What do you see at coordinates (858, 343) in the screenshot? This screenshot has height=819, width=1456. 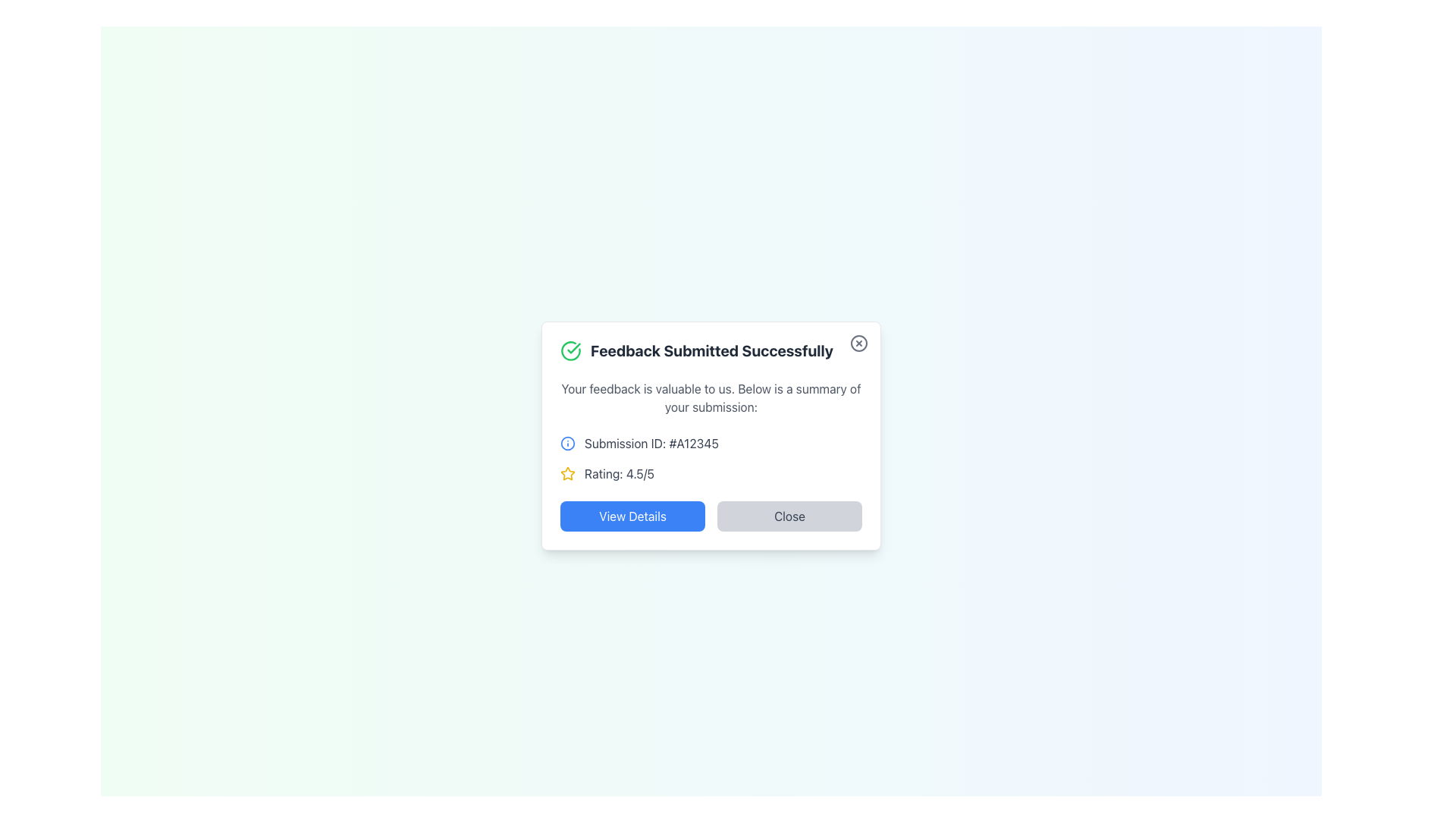 I see `the close button icon for the feedback notification popup located in the top-right corner, which is visually represented by a circular element with a cross mark indicating a close action` at bounding box center [858, 343].